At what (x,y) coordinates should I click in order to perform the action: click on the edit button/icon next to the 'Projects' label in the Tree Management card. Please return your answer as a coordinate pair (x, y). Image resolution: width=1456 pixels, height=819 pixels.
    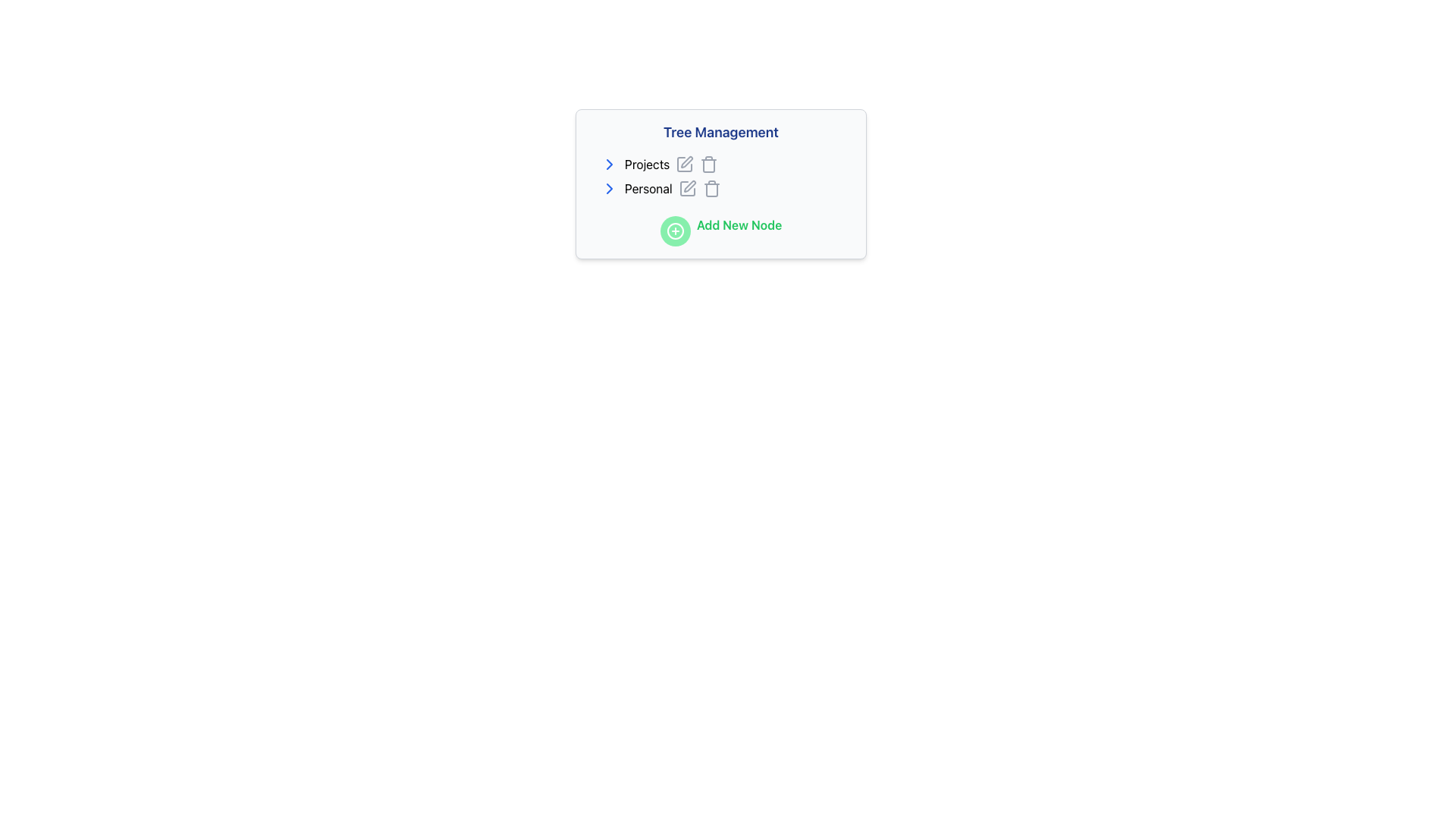
    Looking at the image, I should click on (684, 164).